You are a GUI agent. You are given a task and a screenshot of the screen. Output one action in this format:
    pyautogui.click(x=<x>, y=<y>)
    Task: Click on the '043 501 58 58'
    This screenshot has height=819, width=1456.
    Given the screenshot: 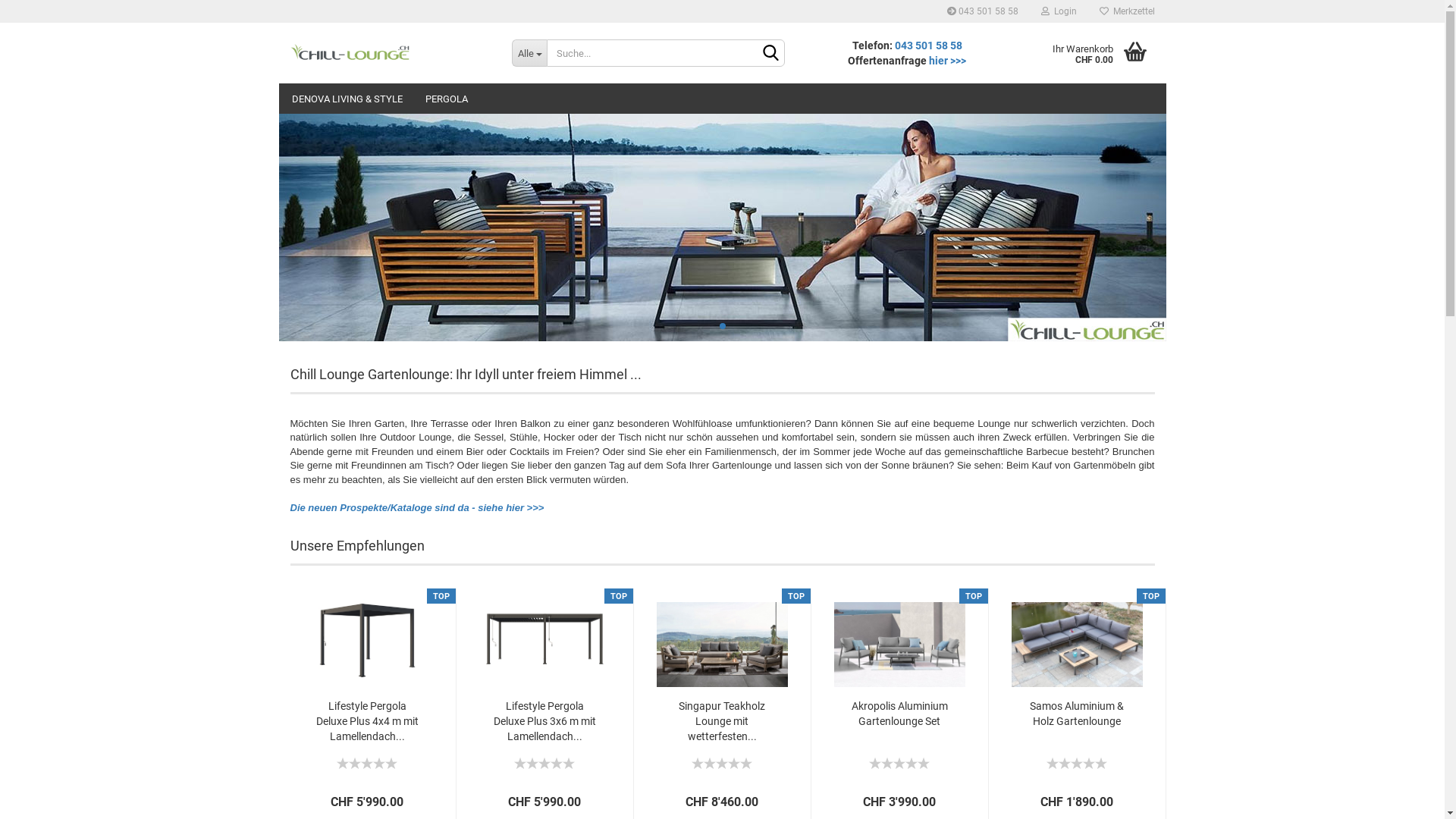 What is the action you would take?
    pyautogui.click(x=895, y=45)
    